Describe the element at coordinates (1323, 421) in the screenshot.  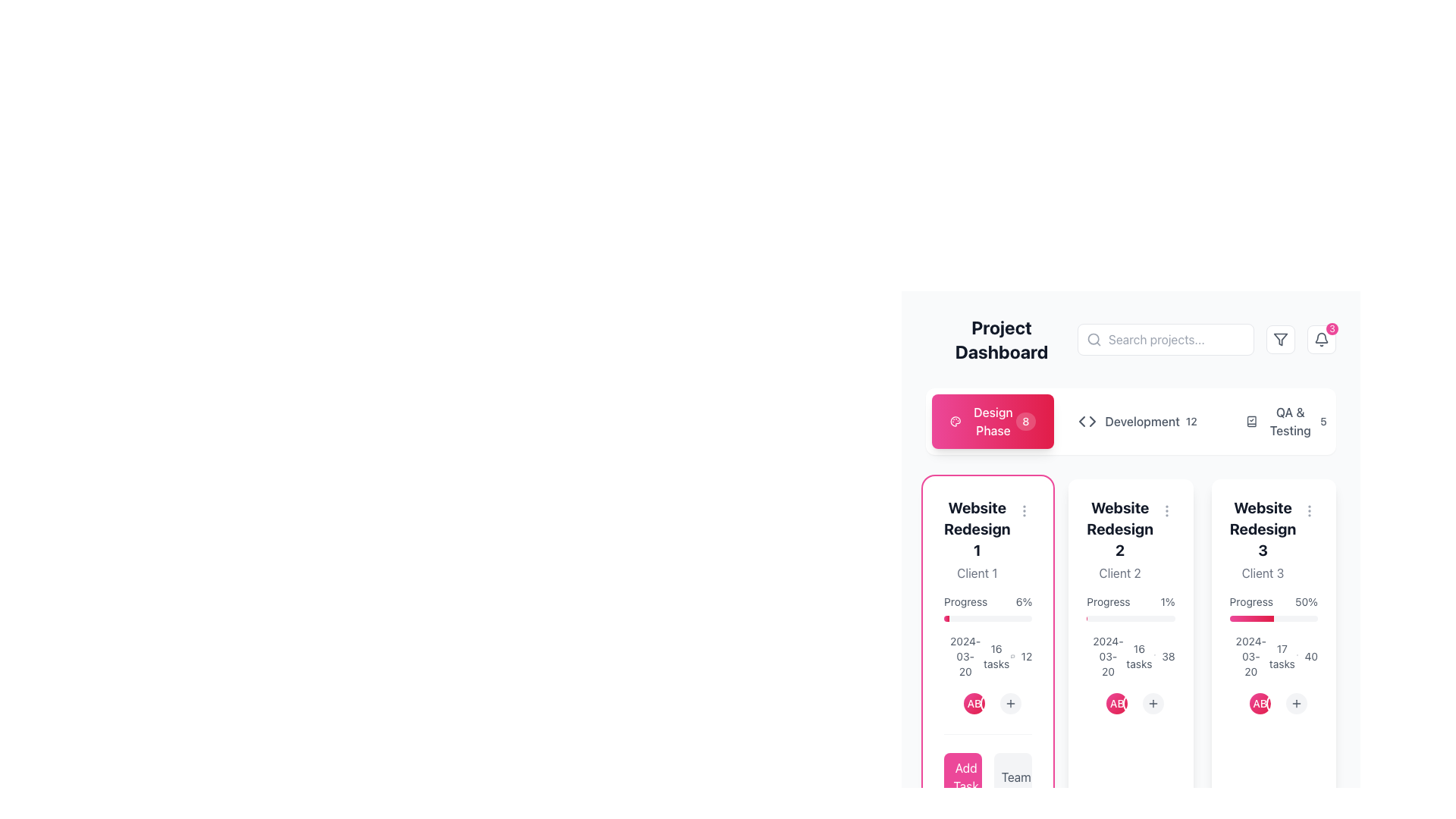
I see `displayed text from the badge showing the number '5', which is located adjacent to the 'QA & Testing' label and styled with white text on a semi-transparent background` at that location.